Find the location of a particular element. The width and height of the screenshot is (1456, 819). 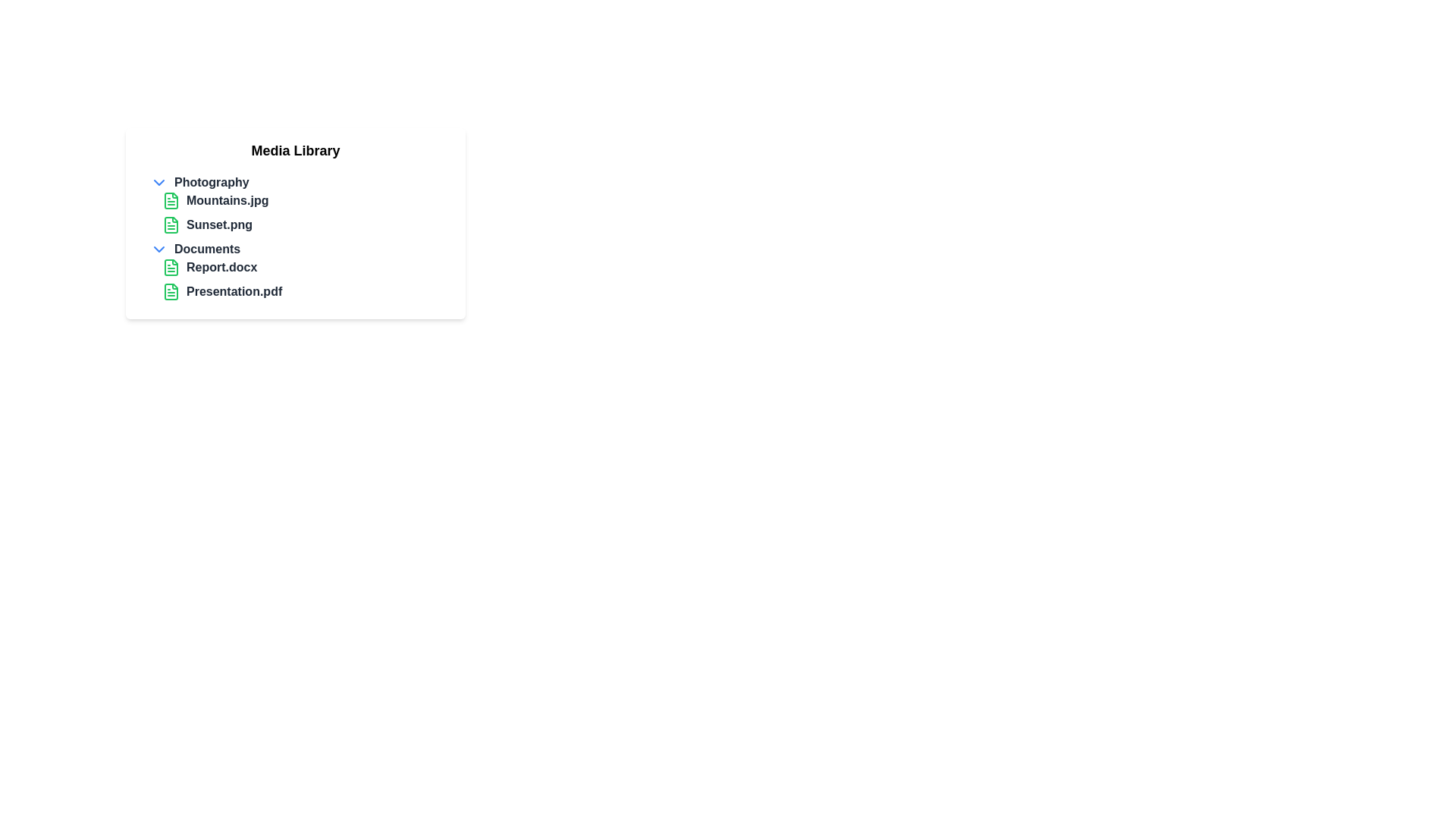

the Chevron Down icon is located at coordinates (159, 248).